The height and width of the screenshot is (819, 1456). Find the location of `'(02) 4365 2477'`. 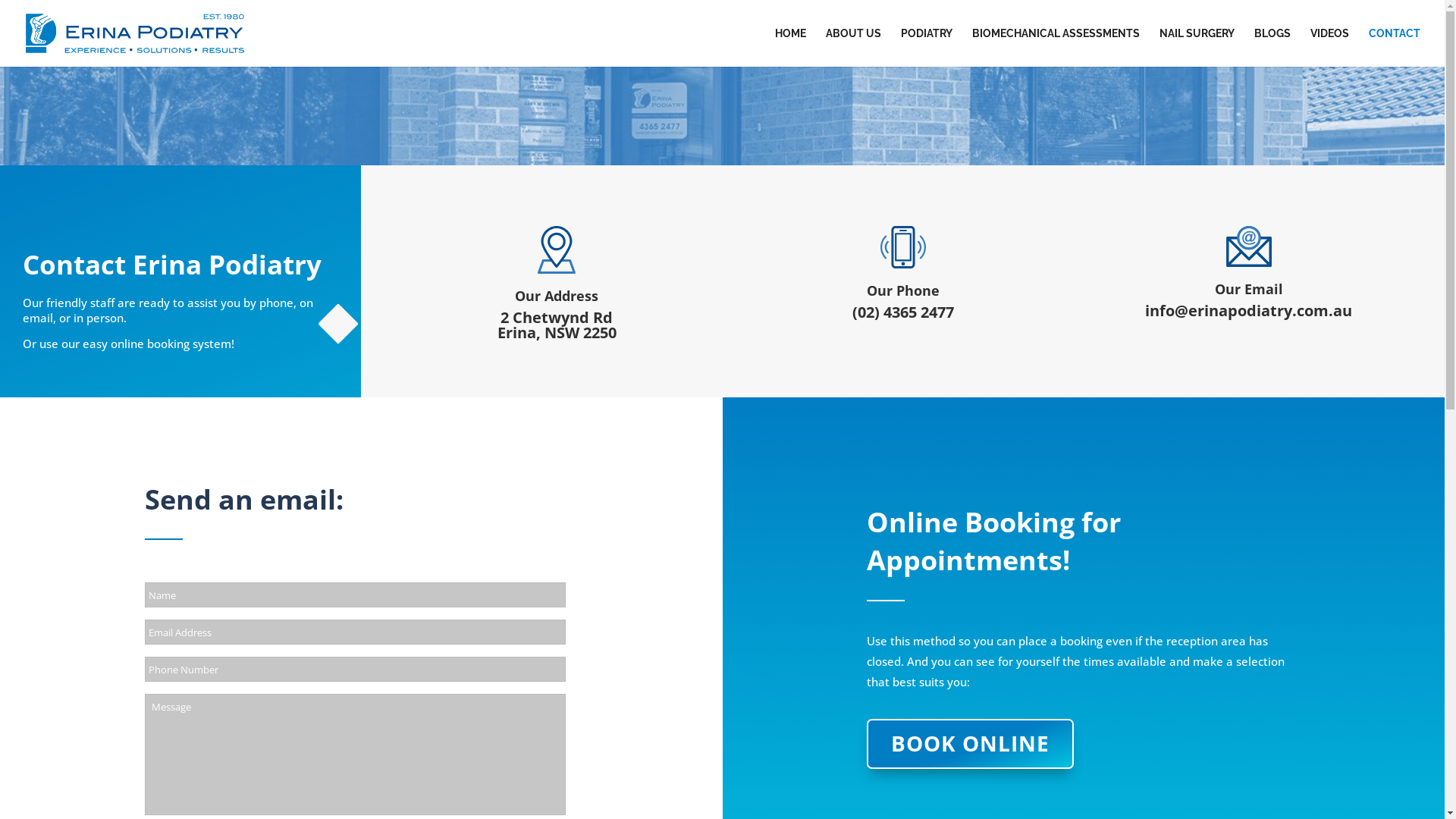

'(02) 4365 2477' is located at coordinates (902, 311).